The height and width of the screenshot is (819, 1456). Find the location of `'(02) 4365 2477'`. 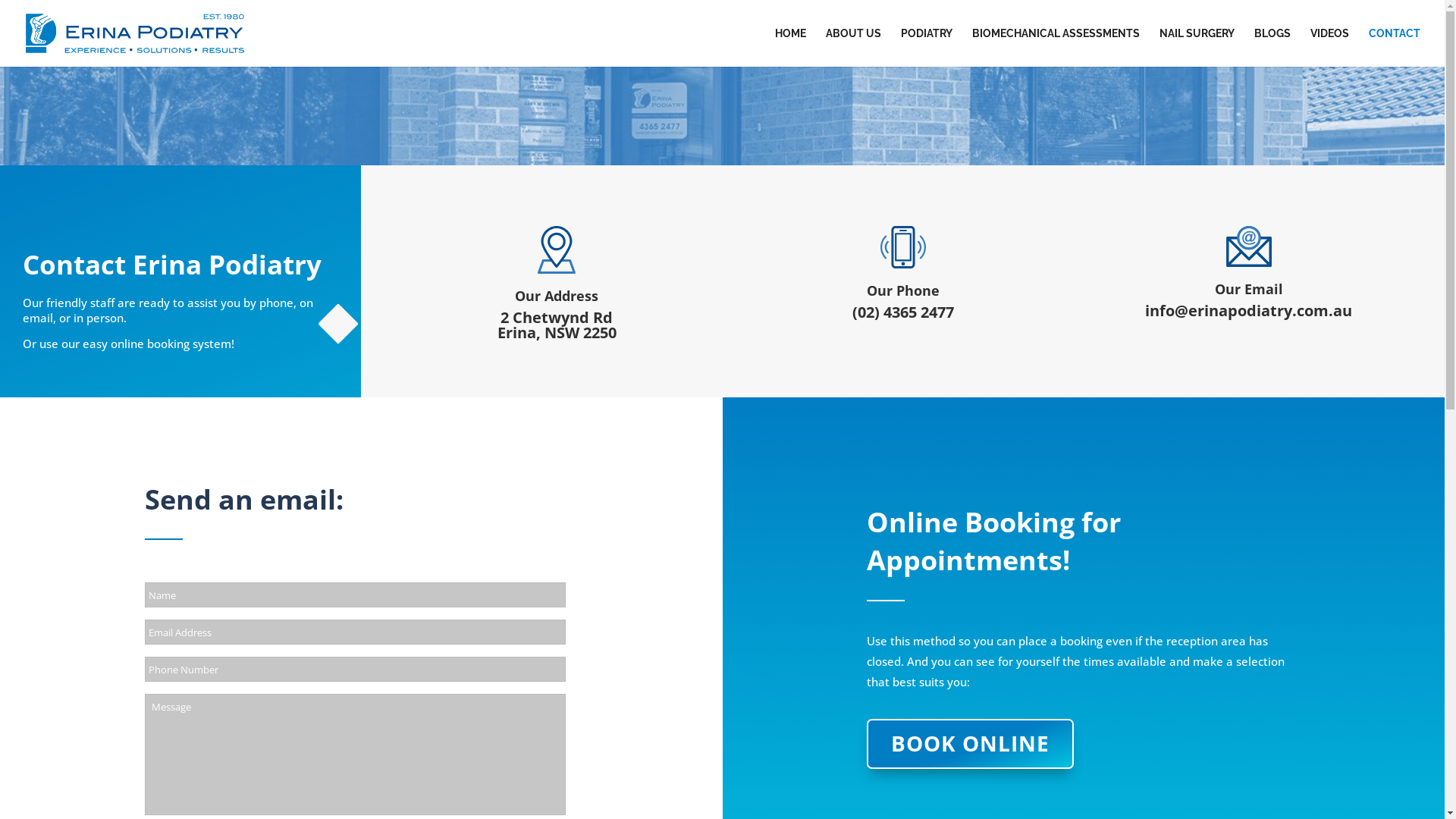

'(02) 4365 2477' is located at coordinates (902, 311).